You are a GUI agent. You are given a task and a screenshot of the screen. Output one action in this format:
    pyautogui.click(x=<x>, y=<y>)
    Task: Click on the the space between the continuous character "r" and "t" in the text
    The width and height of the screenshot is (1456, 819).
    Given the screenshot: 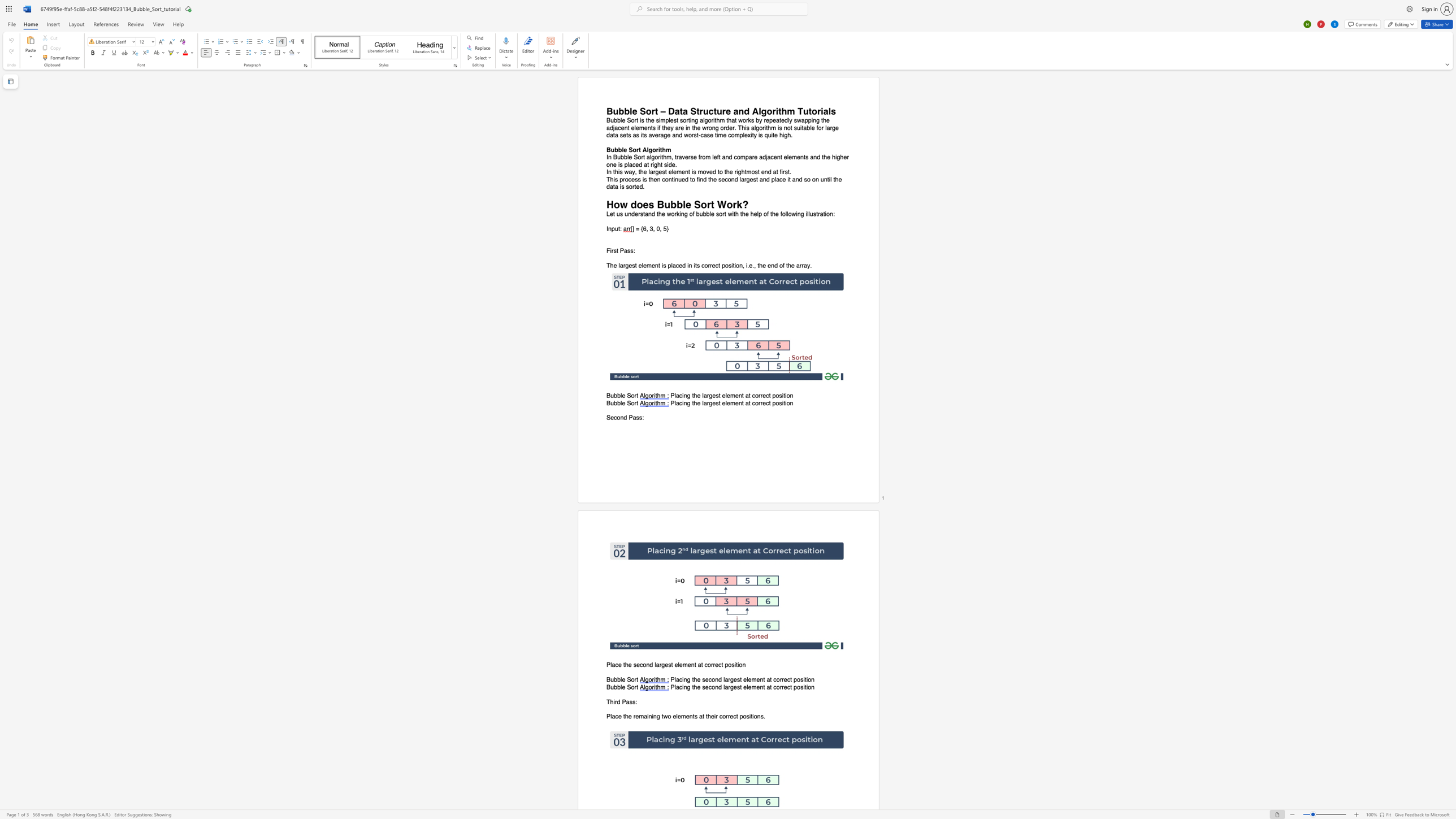 What is the action you would take?
    pyautogui.click(x=636, y=402)
    